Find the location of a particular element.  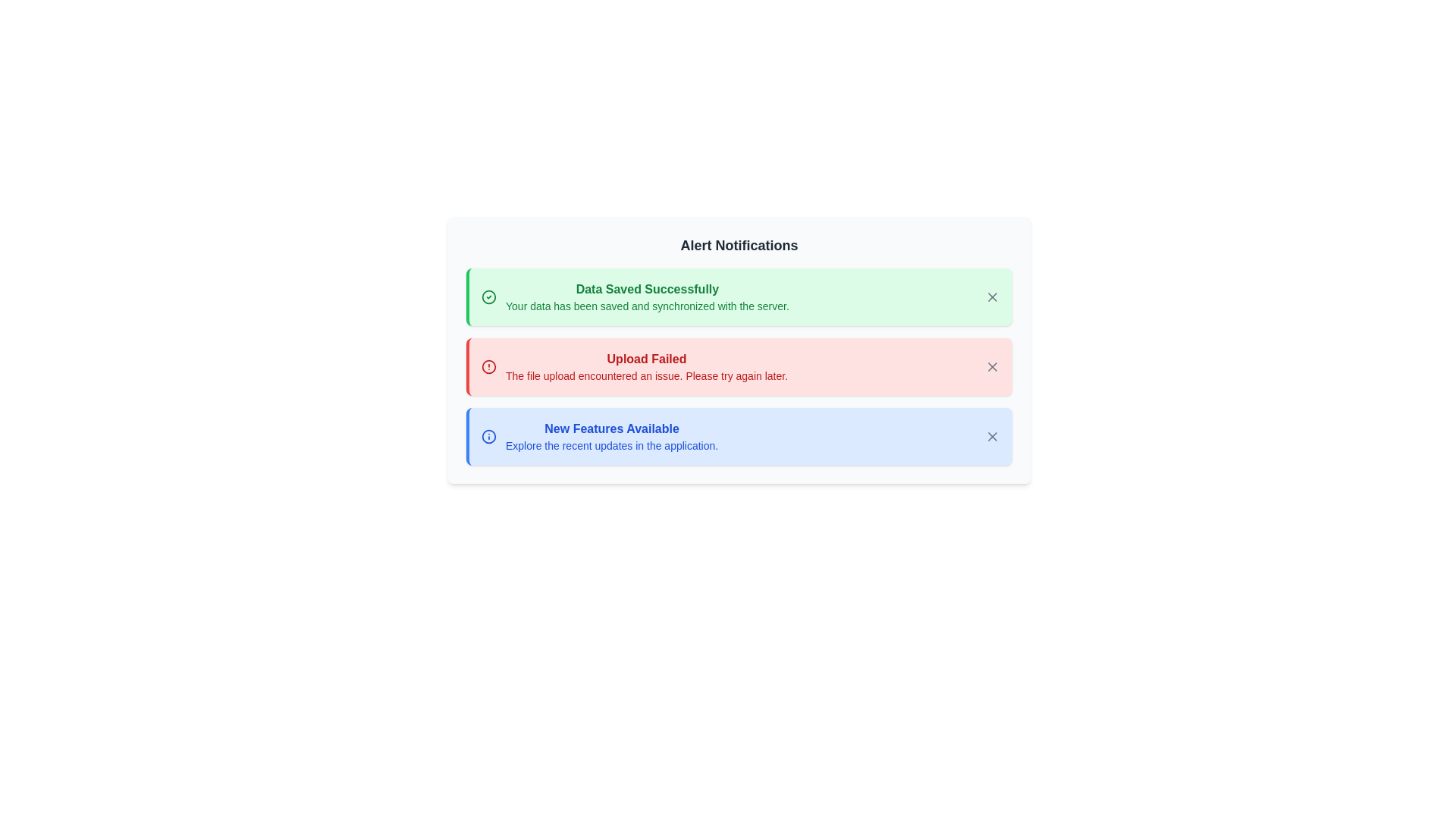

close button for the alert titled 'Upload Failed' is located at coordinates (993, 366).